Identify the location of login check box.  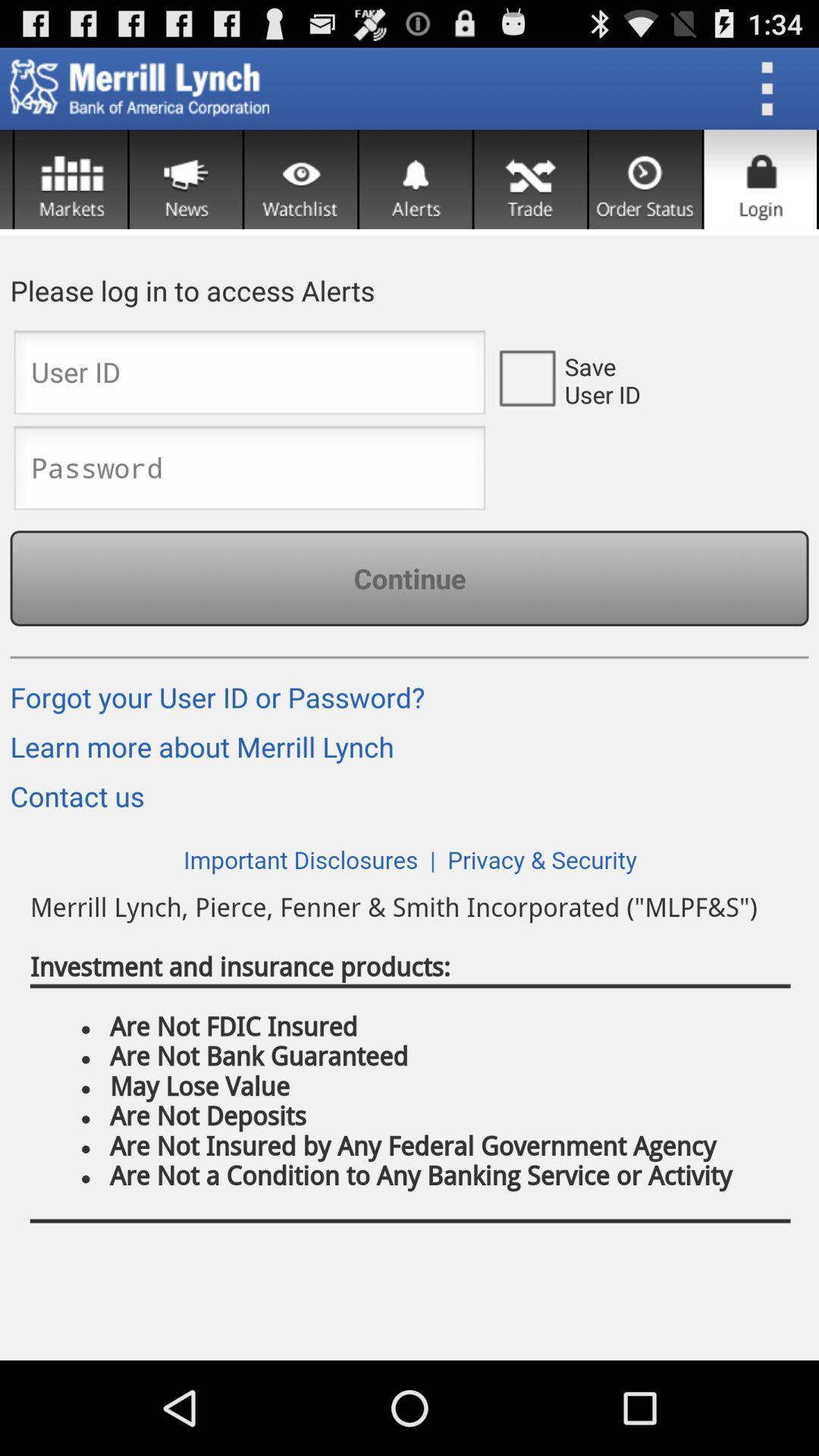
(526, 377).